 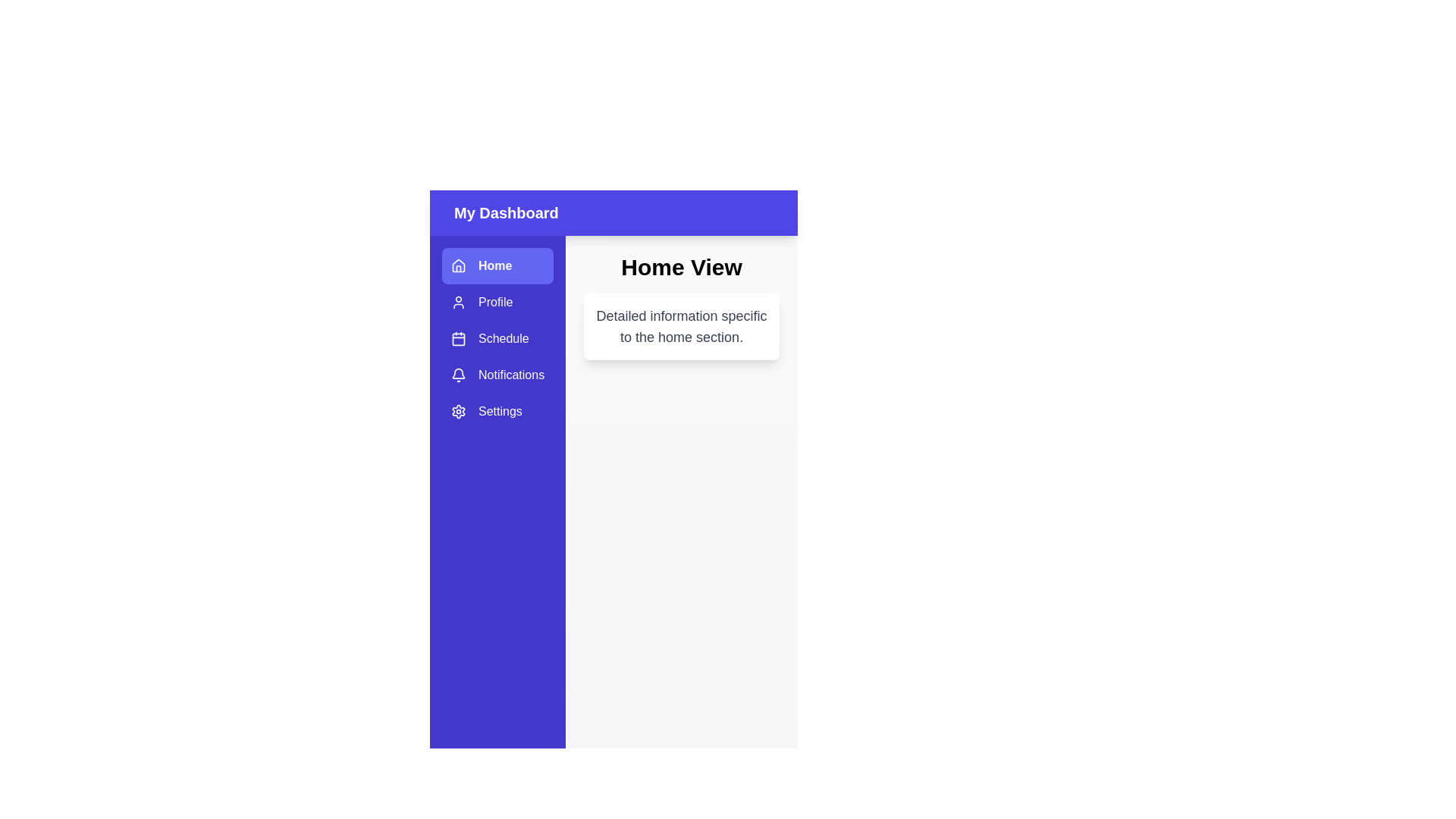 I want to click on the tab Settings in the sidebar menu, so click(x=497, y=412).